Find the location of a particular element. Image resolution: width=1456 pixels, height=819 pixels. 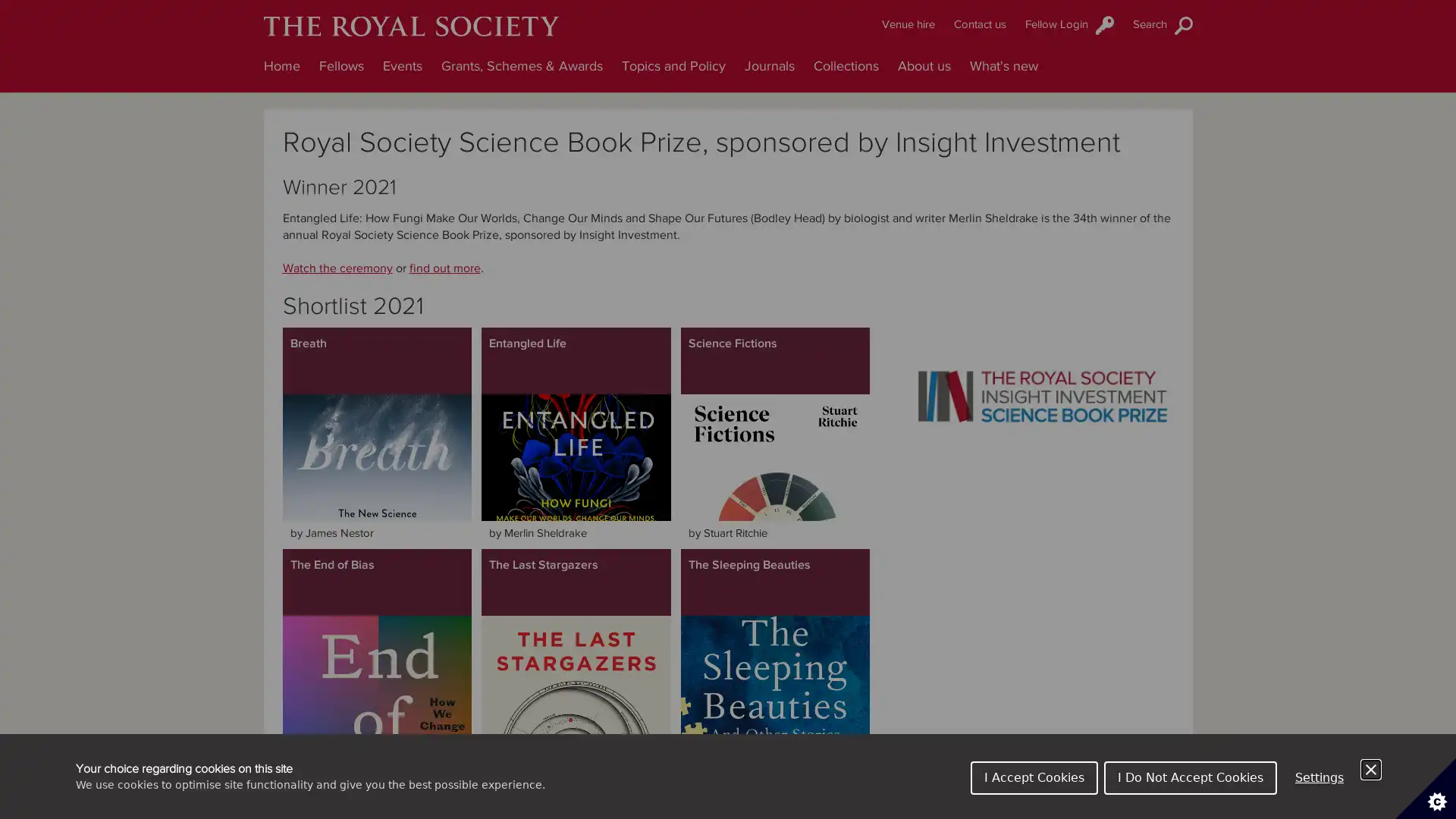

Settings is located at coordinates (1318, 778).